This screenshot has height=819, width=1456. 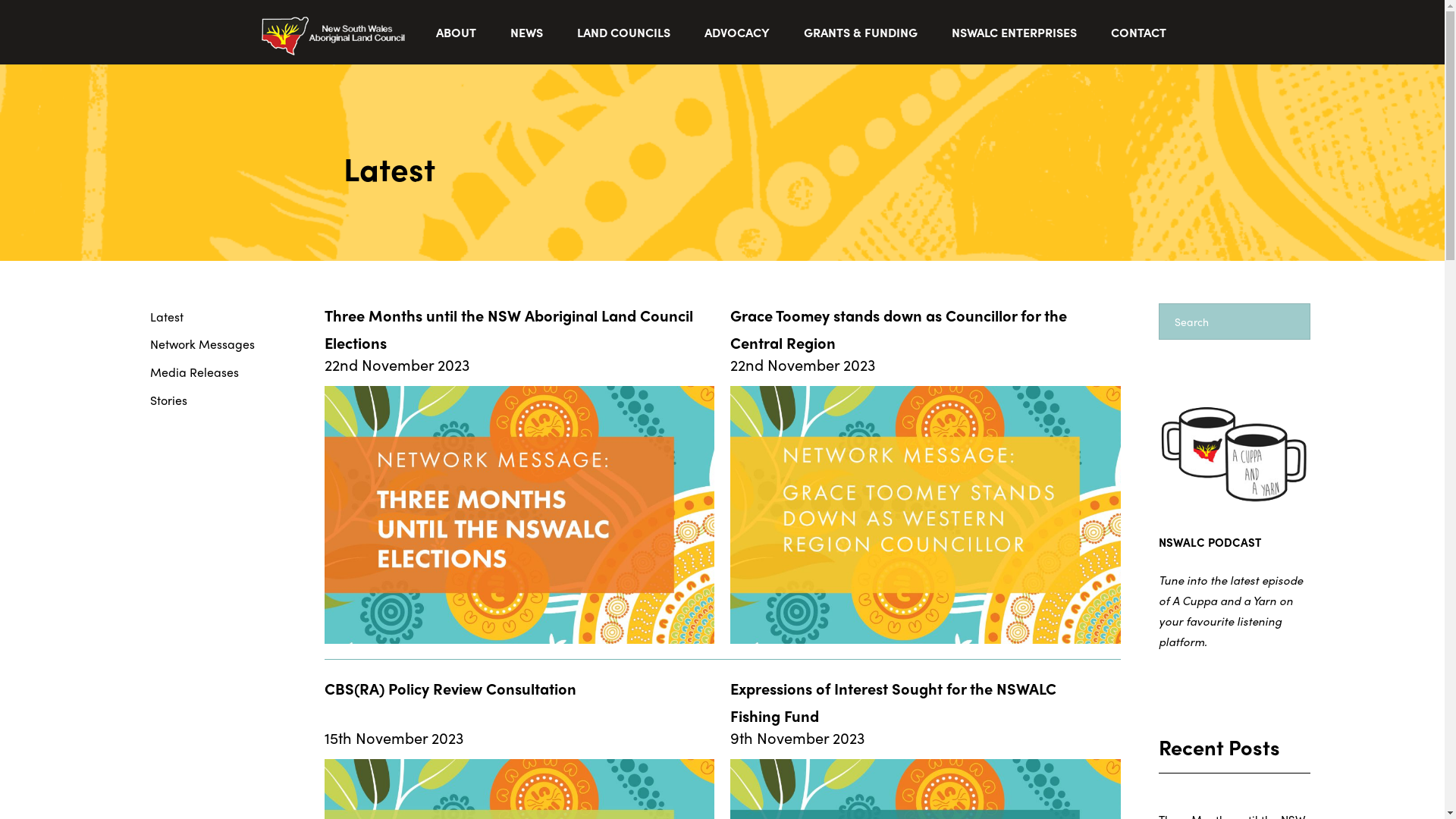 I want to click on 'NEWS', so click(x=528, y=32).